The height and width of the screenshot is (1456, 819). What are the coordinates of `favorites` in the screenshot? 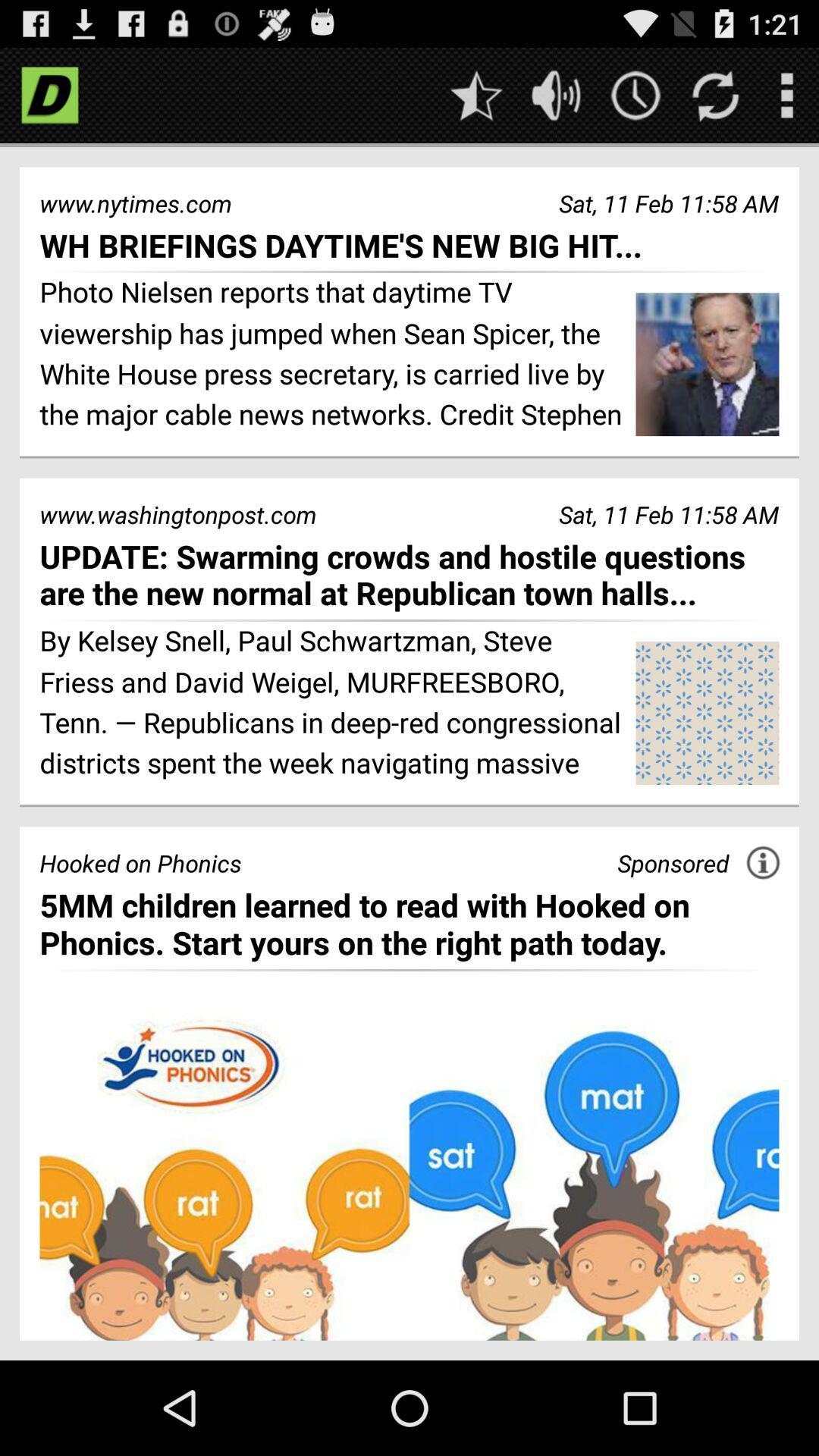 It's located at (475, 94).